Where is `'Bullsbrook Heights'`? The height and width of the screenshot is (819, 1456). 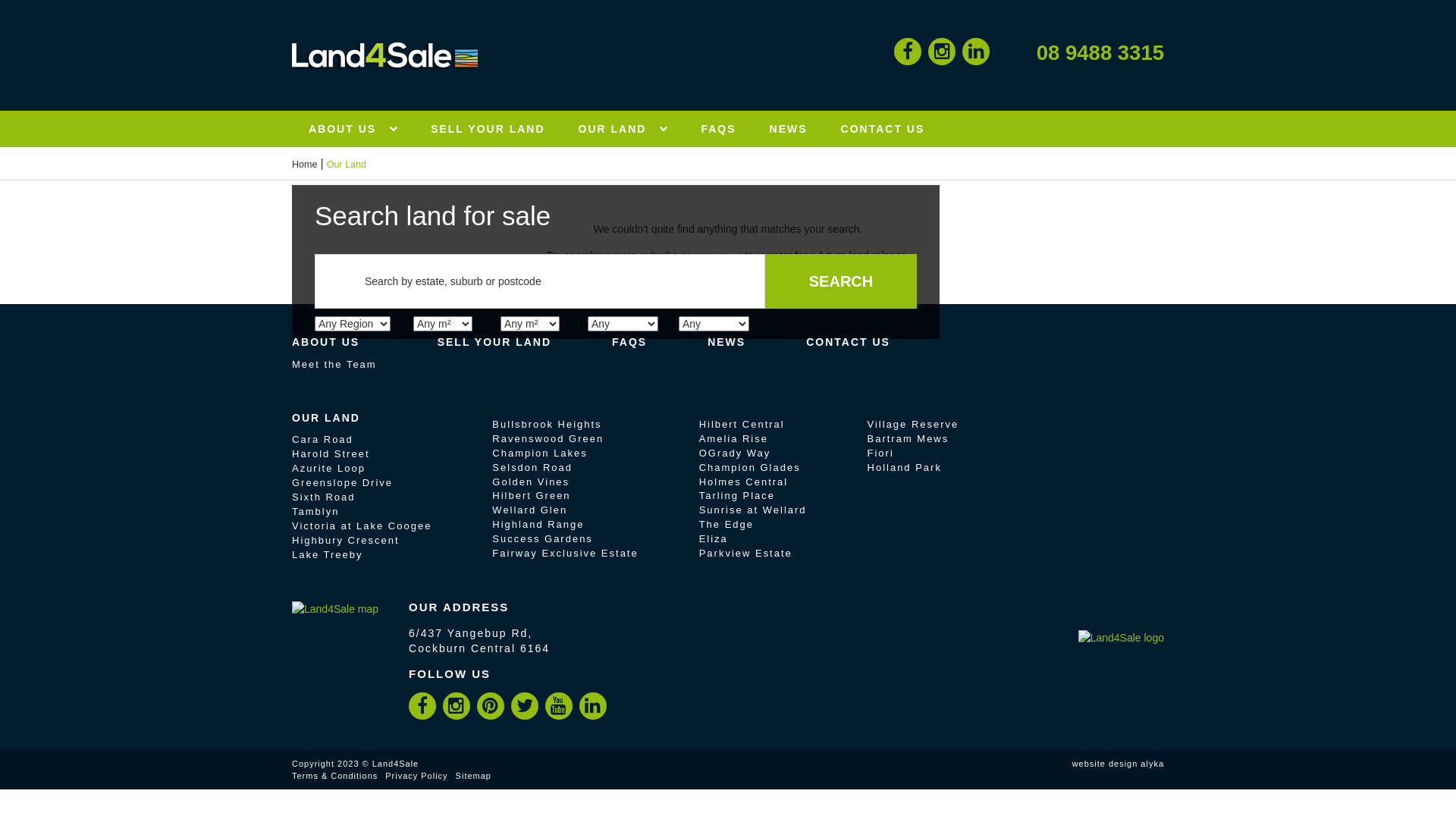 'Bullsbrook Heights' is located at coordinates (491, 424).